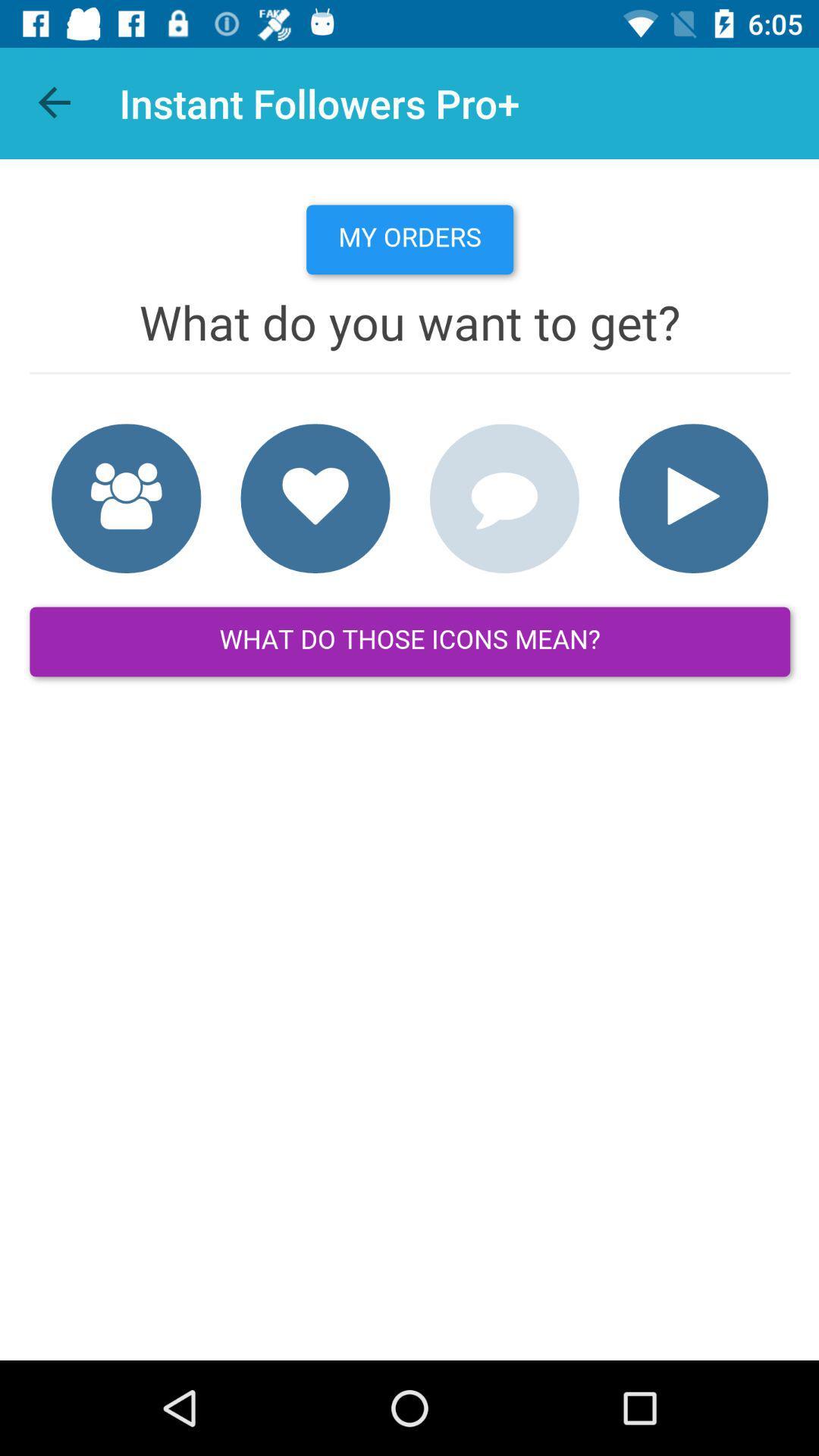 This screenshot has height=1456, width=819. I want to click on previews button, so click(55, 102).